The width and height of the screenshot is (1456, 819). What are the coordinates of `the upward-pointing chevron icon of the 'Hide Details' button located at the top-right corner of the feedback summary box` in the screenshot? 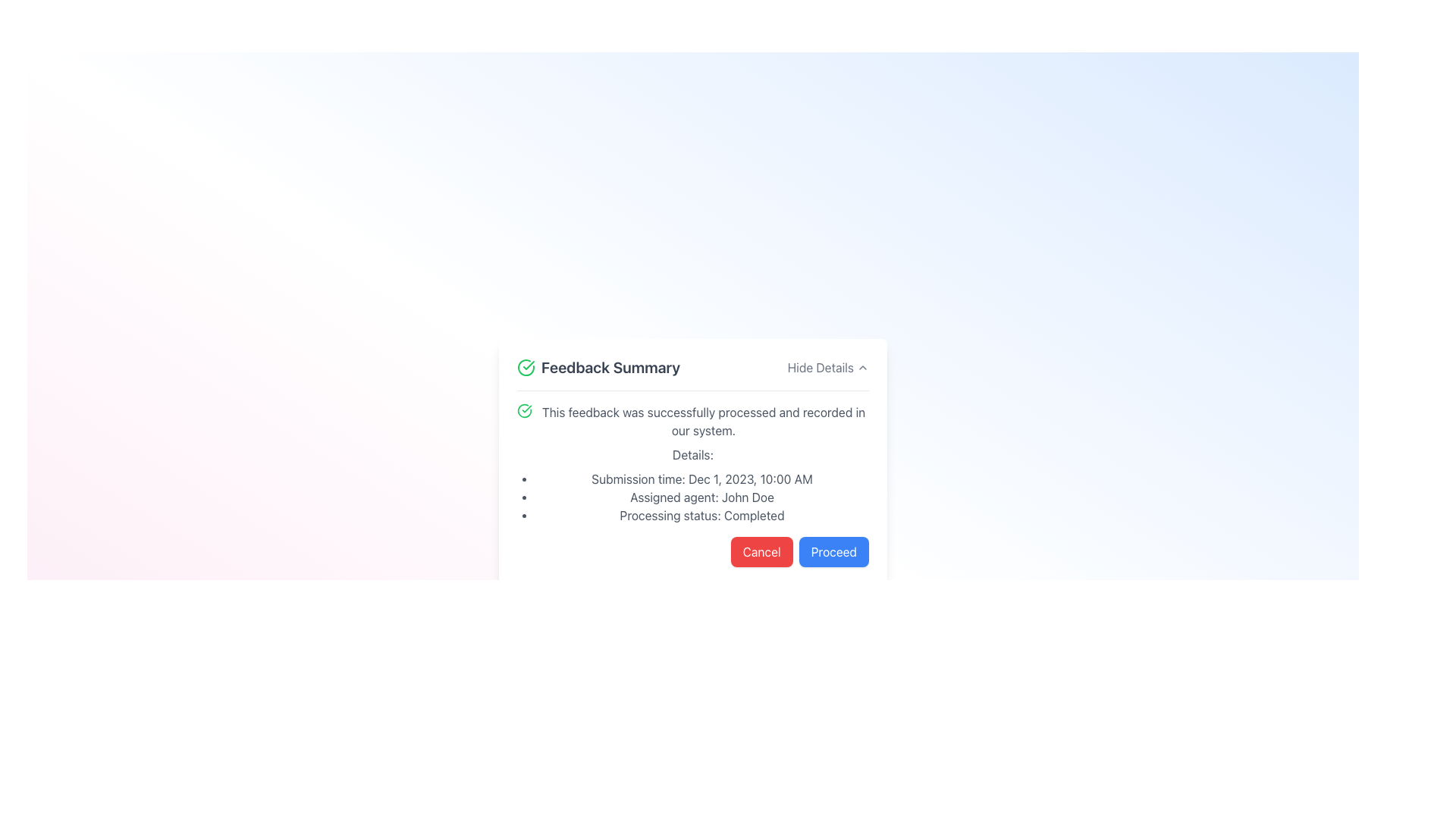 It's located at (862, 366).